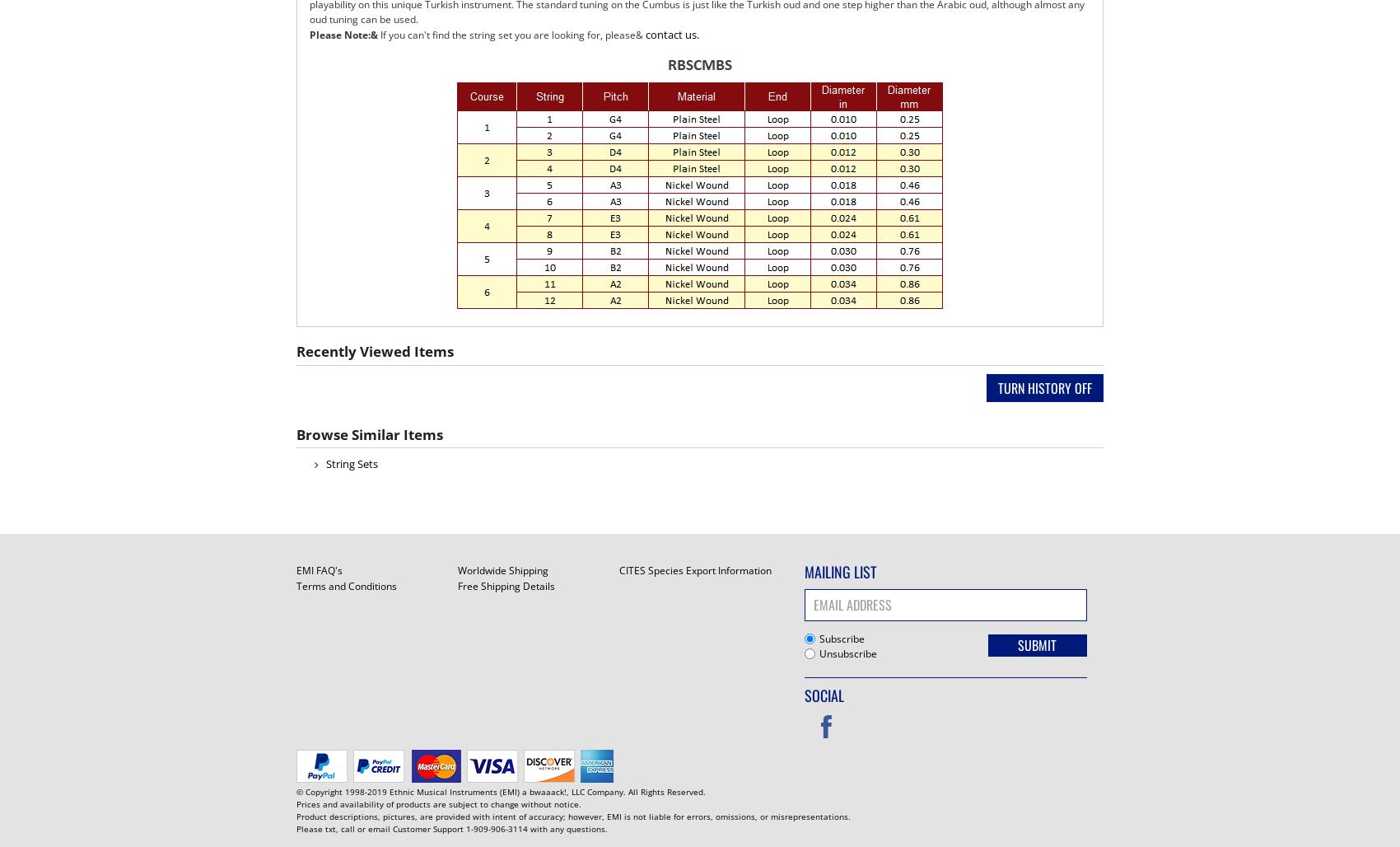 The width and height of the screenshot is (1400, 847). What do you see at coordinates (345, 585) in the screenshot?
I see `'Terms and Conditions'` at bounding box center [345, 585].